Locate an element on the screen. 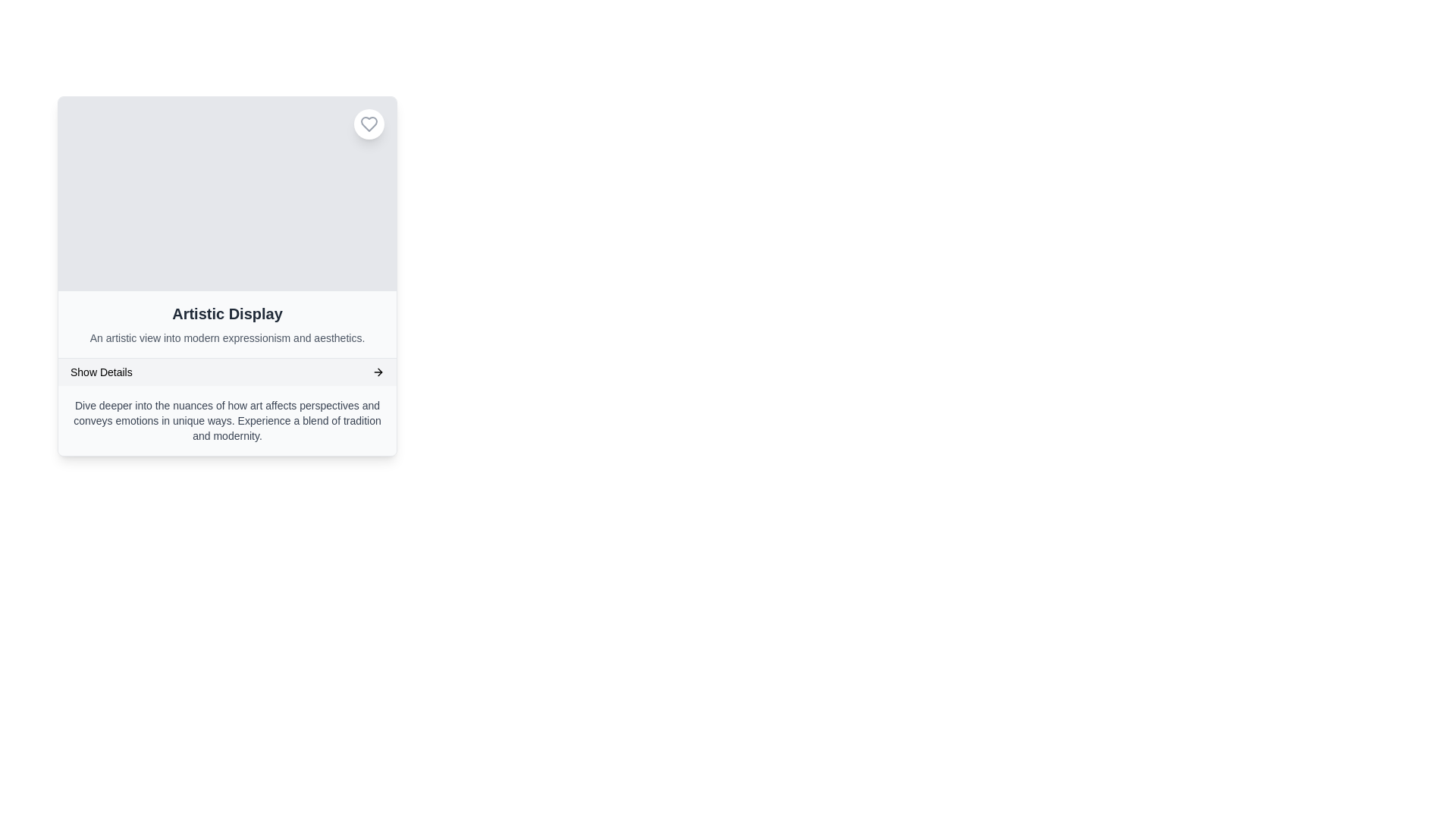  the heart icon button located at the top-right corner of the card component, which serves as a visual indicator for 'favorite' or 'like' actions is located at coordinates (369, 124).